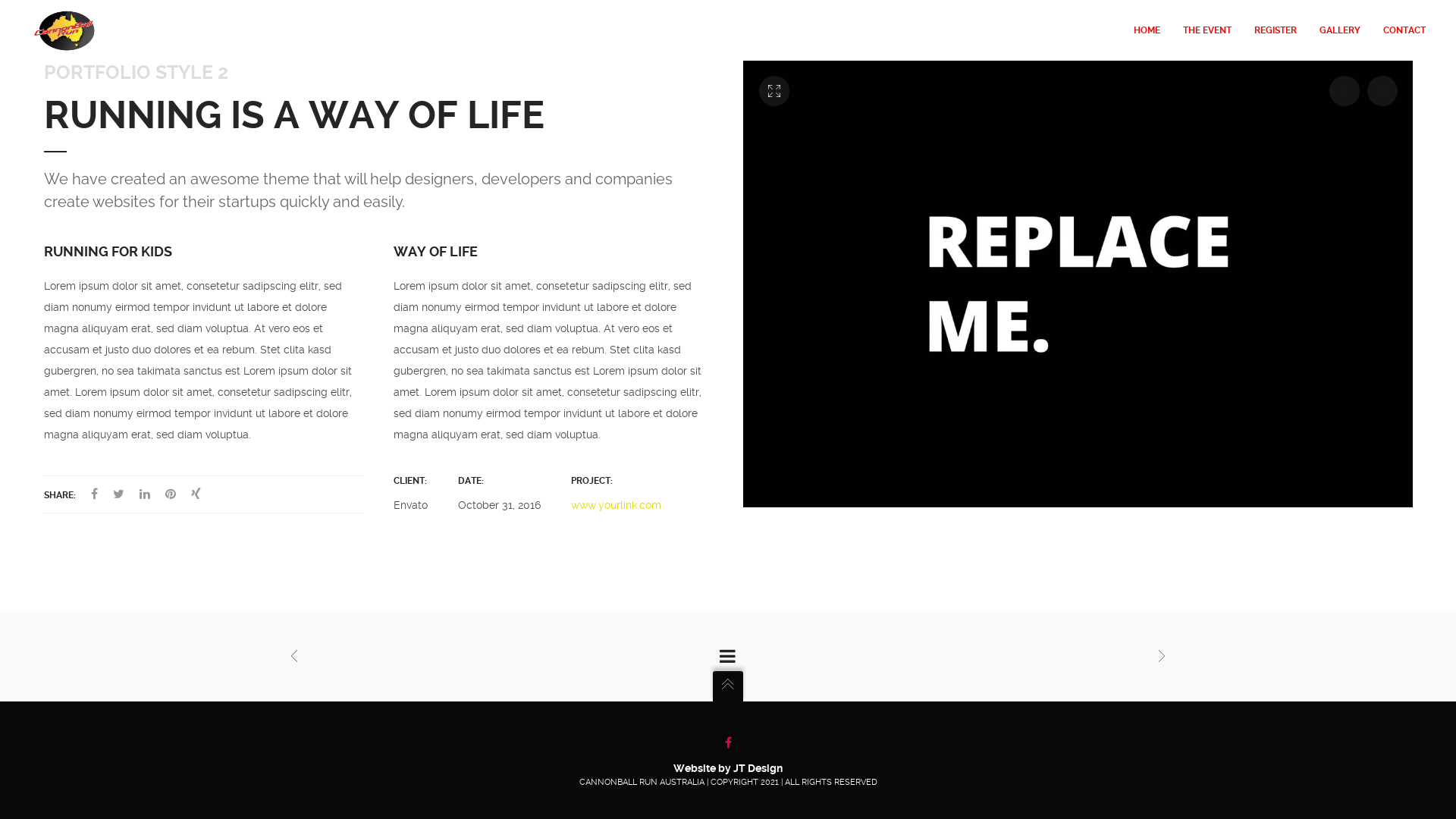 Image resolution: width=1456 pixels, height=819 pixels. Describe the element at coordinates (1274, 30) in the screenshot. I see `'REGISTER'` at that location.